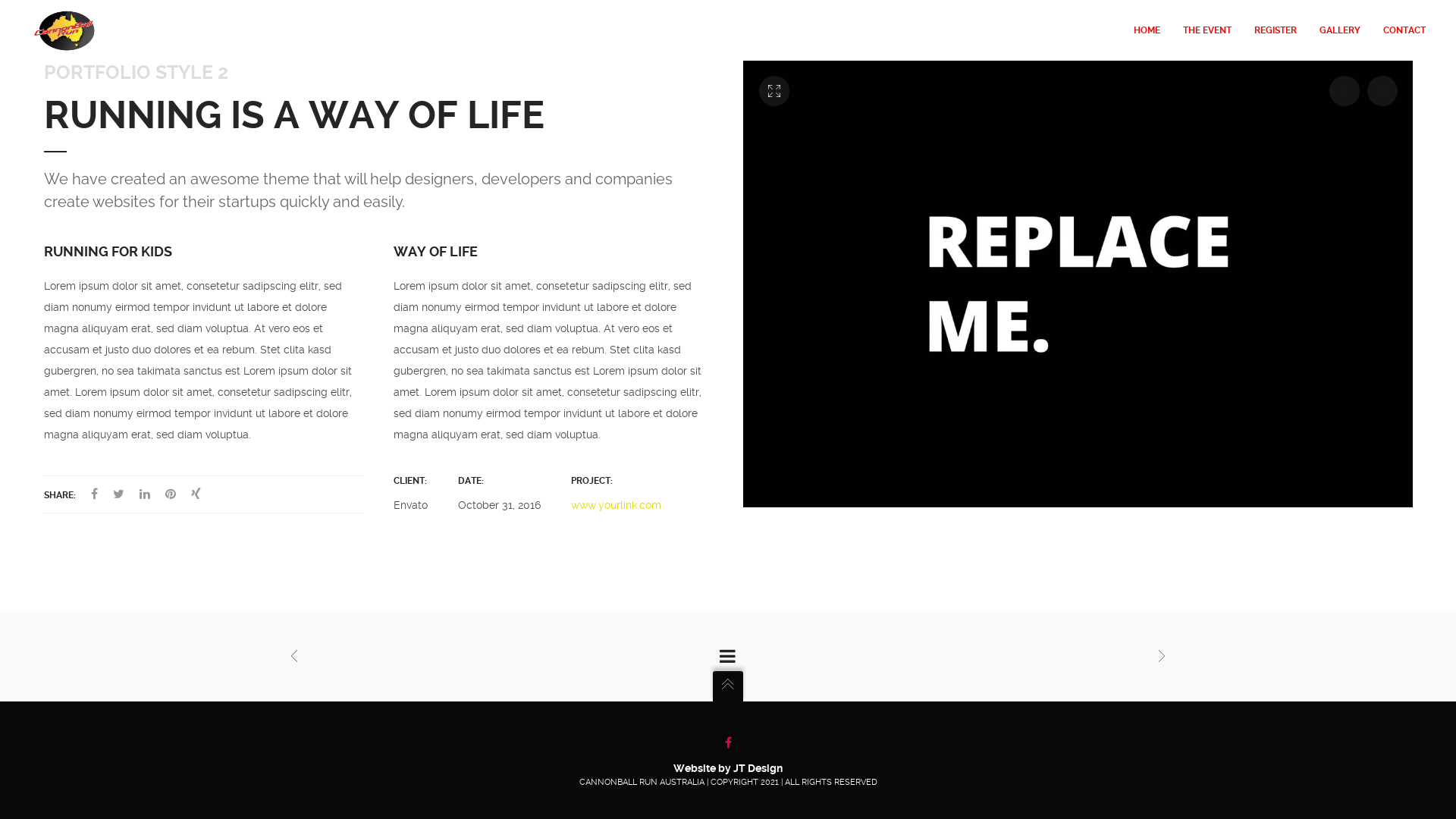 Image resolution: width=1456 pixels, height=819 pixels. Describe the element at coordinates (1274, 30) in the screenshot. I see `'REGISTER'` at that location.